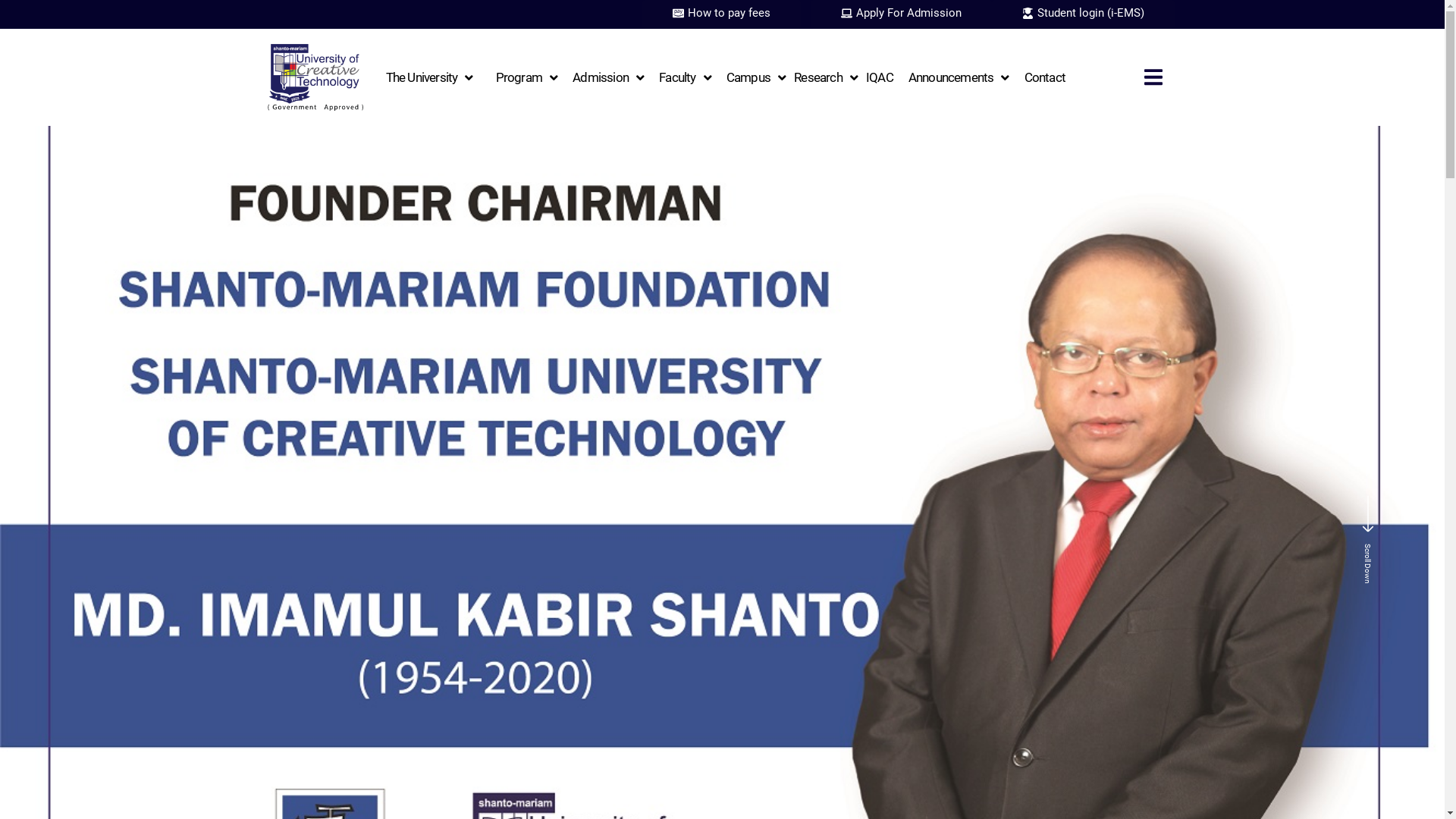 This screenshot has height=819, width=1456. What do you see at coordinates (607, 77) in the screenshot?
I see `'Admission'` at bounding box center [607, 77].